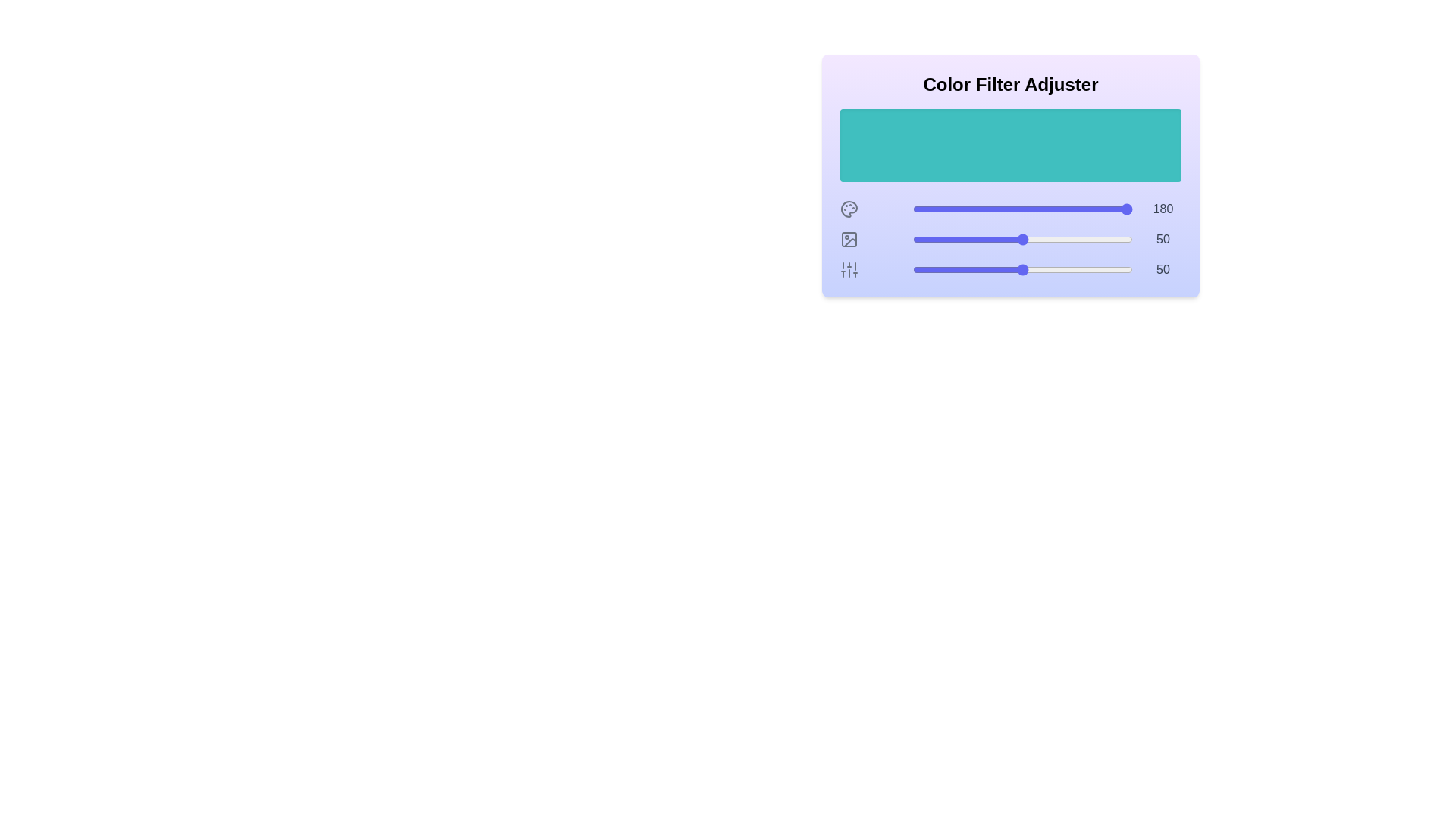 The image size is (1456, 819). What do you see at coordinates (1106, 239) in the screenshot?
I see `the lightness slider to 88%` at bounding box center [1106, 239].